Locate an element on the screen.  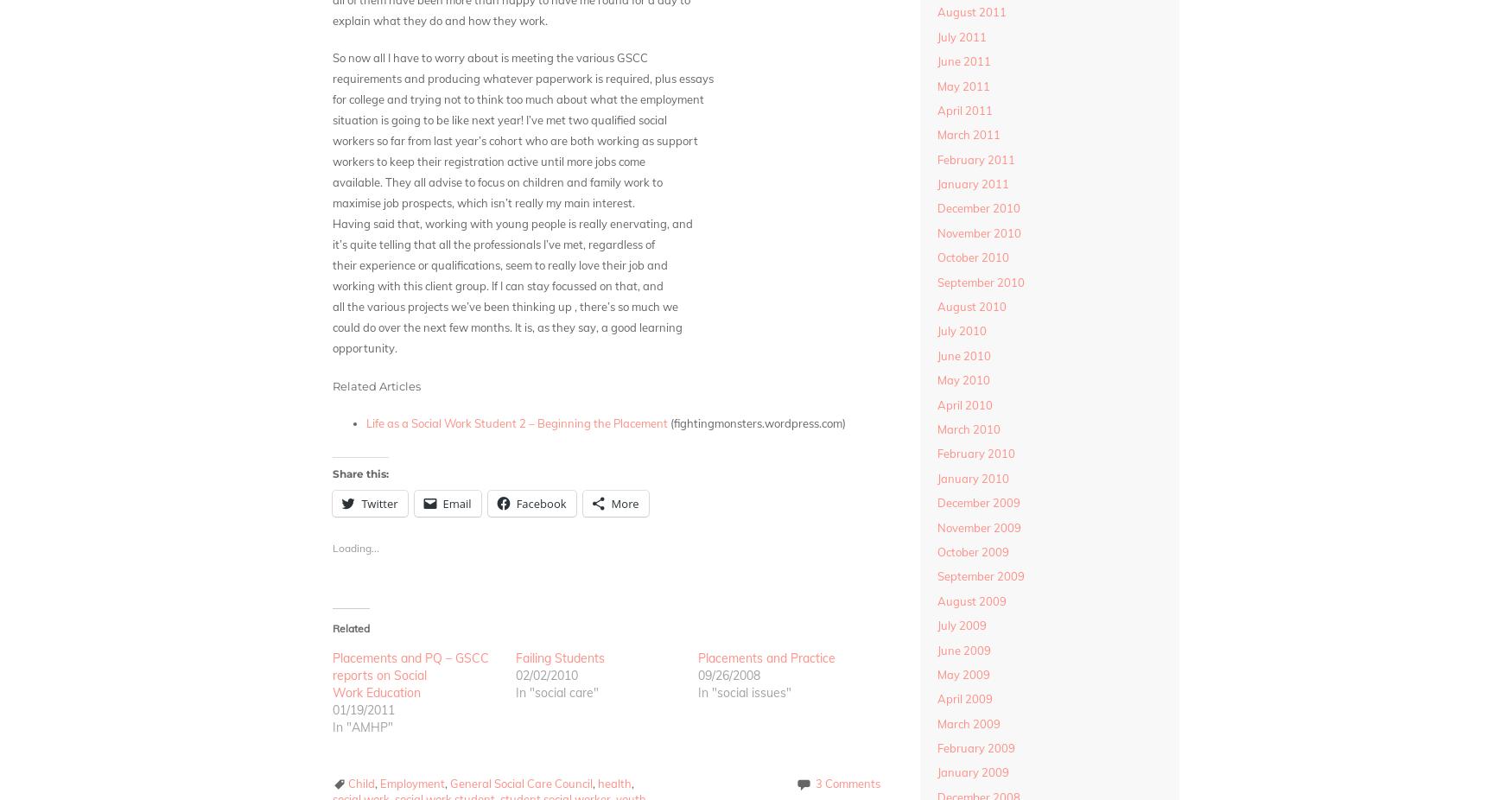
'March 2010' is located at coordinates (968, 427).